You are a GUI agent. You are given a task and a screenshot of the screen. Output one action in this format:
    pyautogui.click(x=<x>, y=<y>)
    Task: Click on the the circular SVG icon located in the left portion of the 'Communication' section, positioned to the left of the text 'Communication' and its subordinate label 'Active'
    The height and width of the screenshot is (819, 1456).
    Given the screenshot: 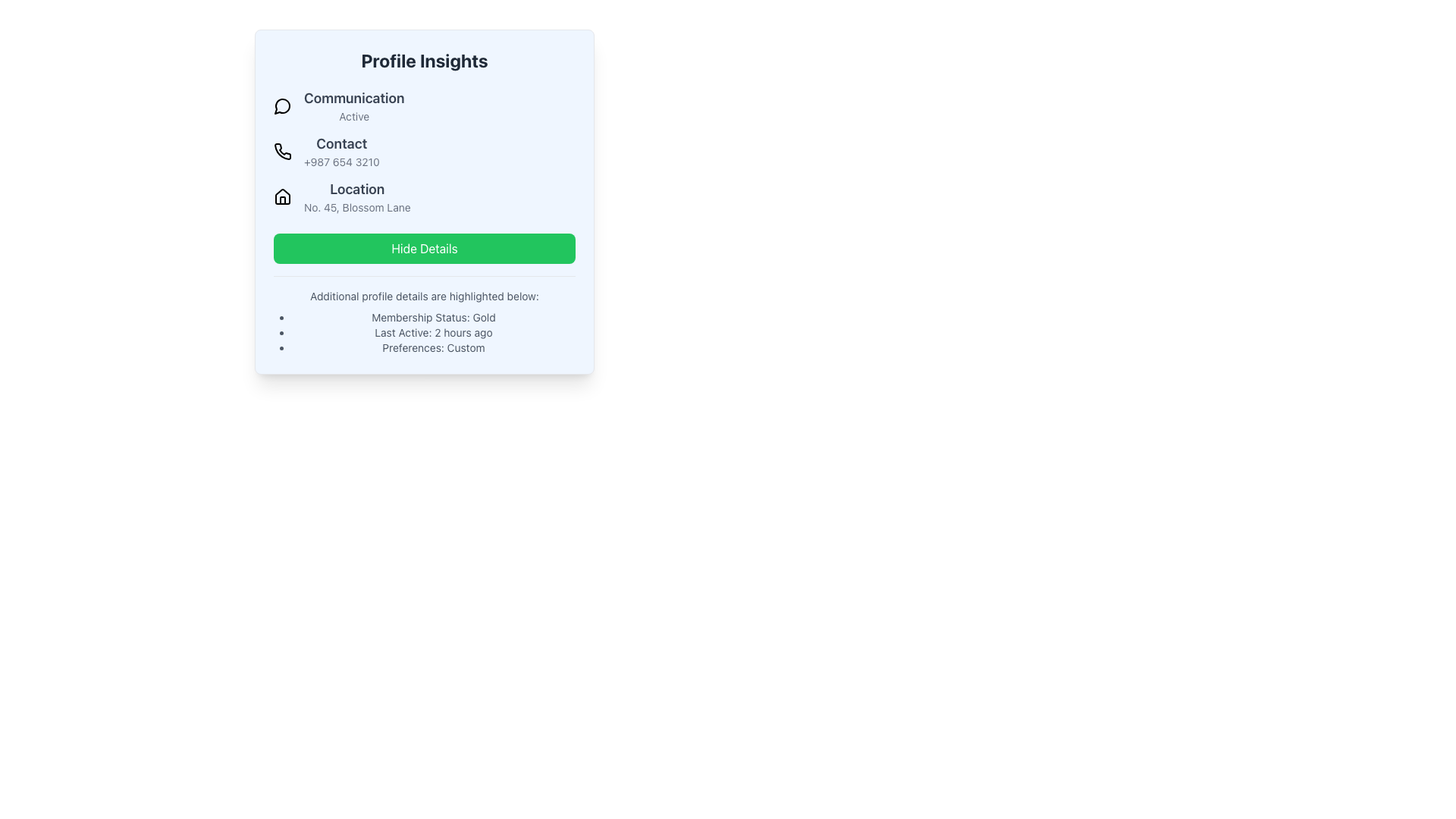 What is the action you would take?
    pyautogui.click(x=282, y=105)
    